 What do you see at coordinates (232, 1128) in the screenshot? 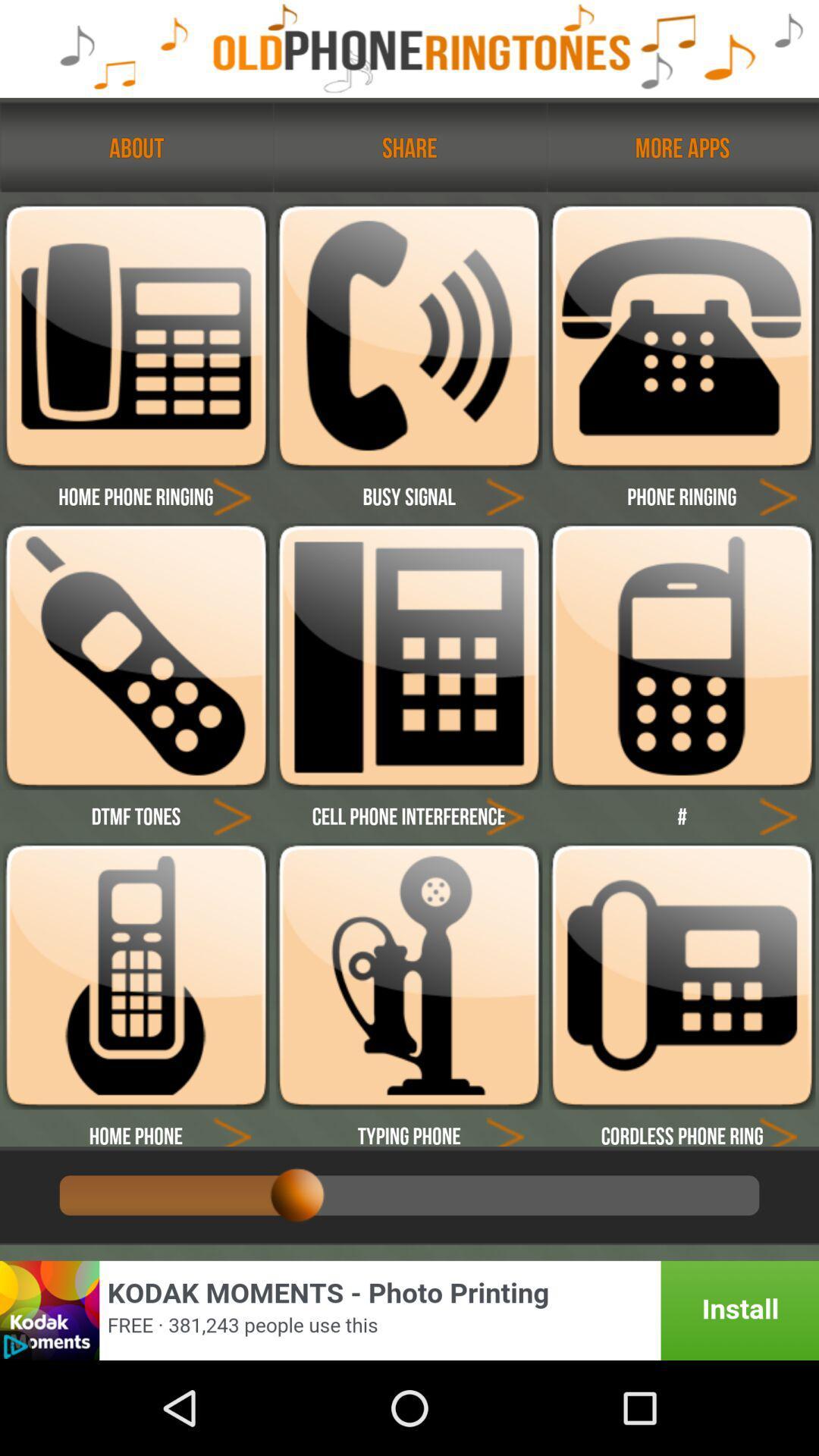
I see `home phone option` at bounding box center [232, 1128].